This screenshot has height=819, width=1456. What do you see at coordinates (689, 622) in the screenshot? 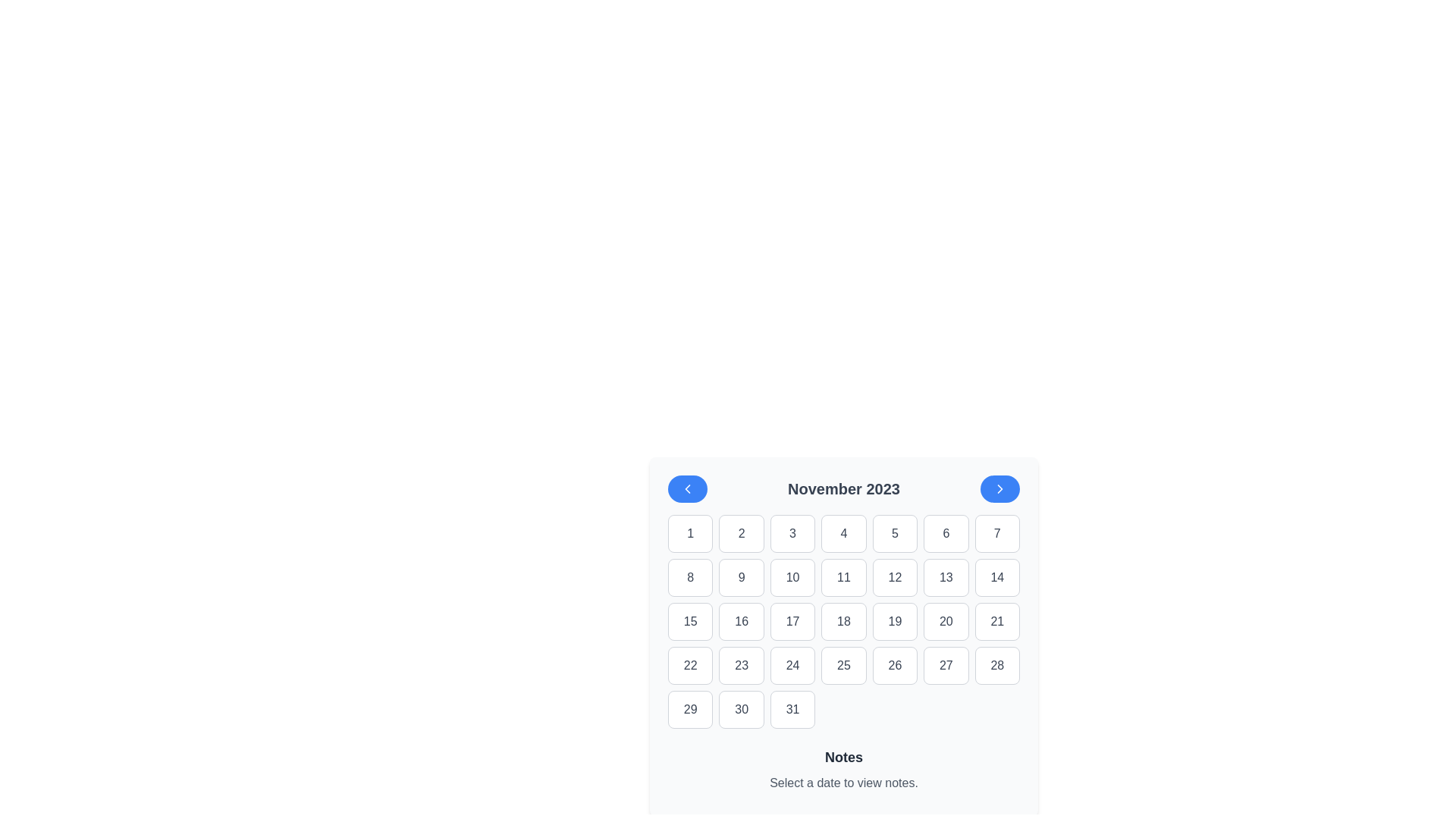
I see `the button displaying the number '15' in dark gray, located in the grid layout of the calendar section below 'November 2023'` at bounding box center [689, 622].